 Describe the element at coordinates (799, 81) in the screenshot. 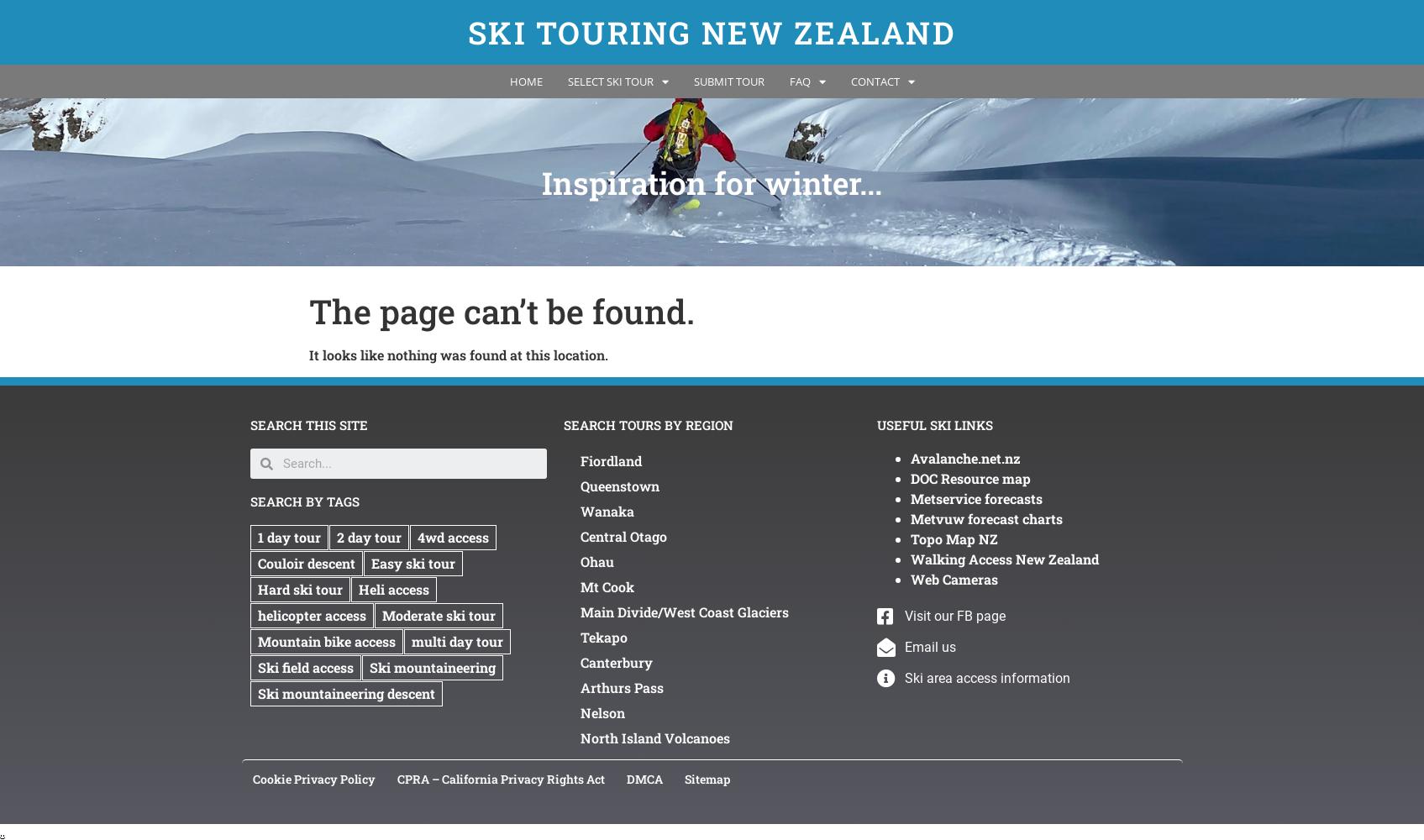

I see `'FAQ'` at that location.